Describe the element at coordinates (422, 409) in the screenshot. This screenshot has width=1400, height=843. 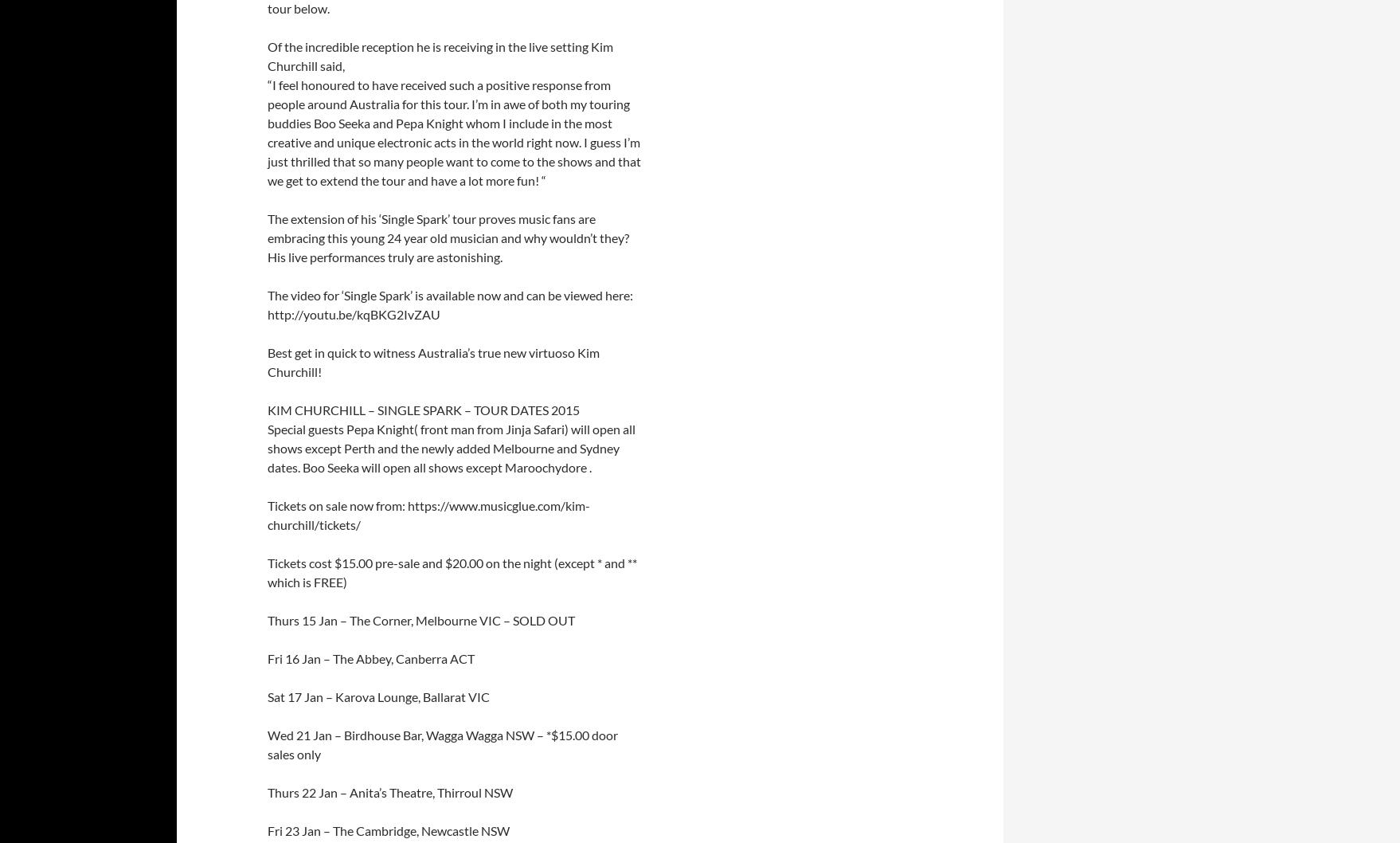
I see `'KIM CHURCHILL – SINGLE SPARK – TOUR DATES 2015'` at that location.